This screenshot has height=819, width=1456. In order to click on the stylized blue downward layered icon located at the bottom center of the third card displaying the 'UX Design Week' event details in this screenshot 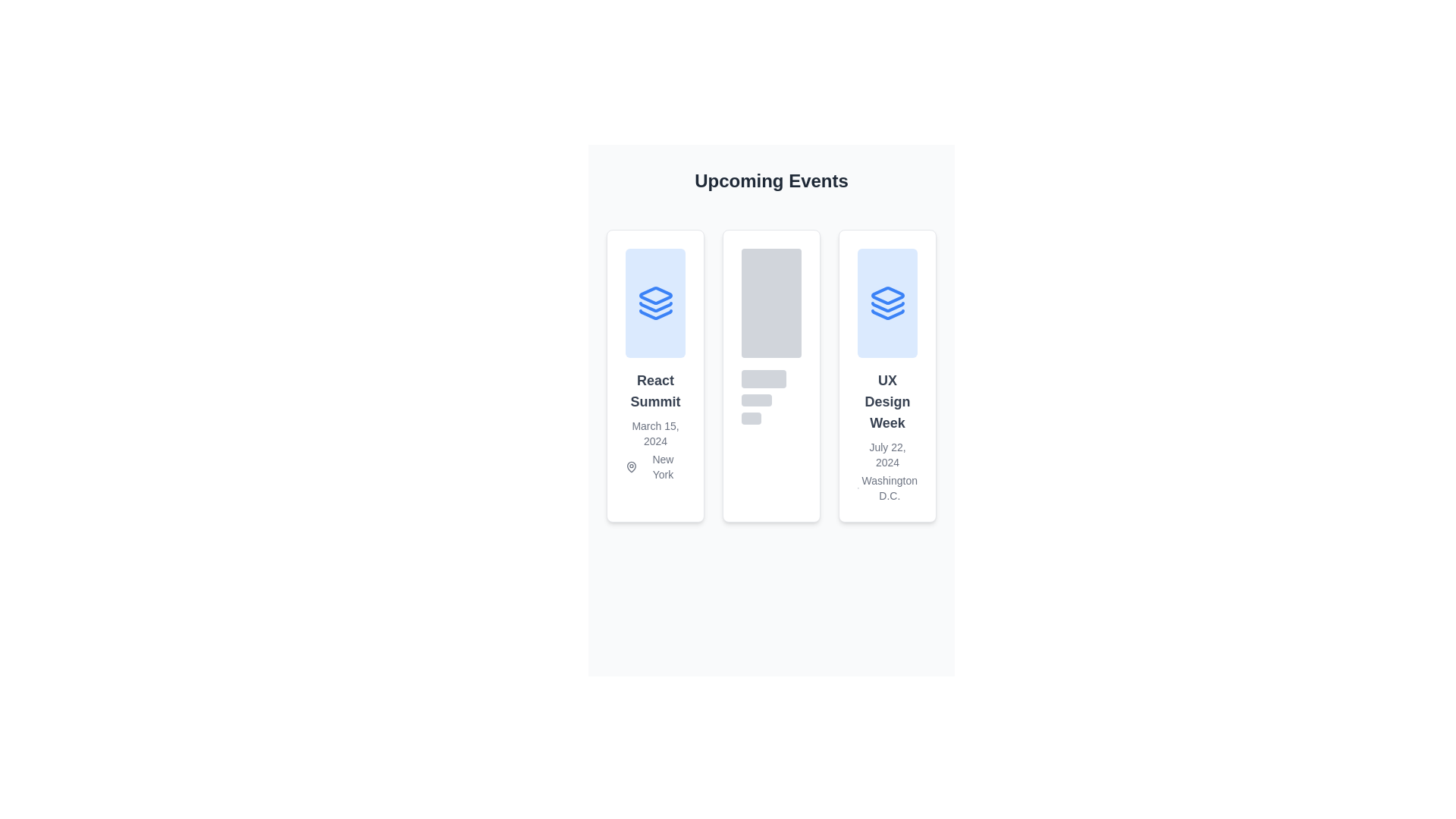, I will do `click(887, 314)`.